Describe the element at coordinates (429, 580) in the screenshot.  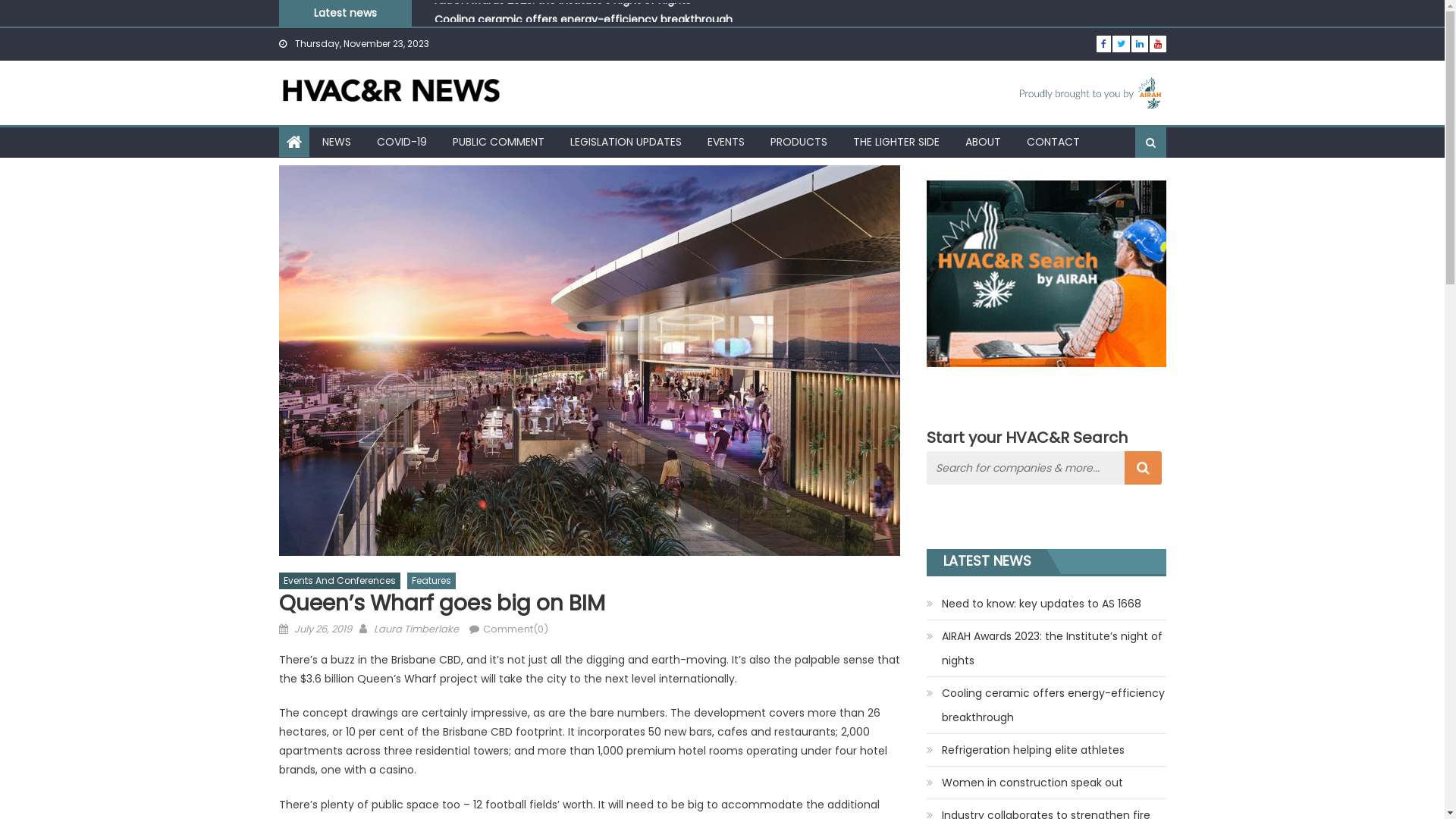
I see `'Features'` at that location.